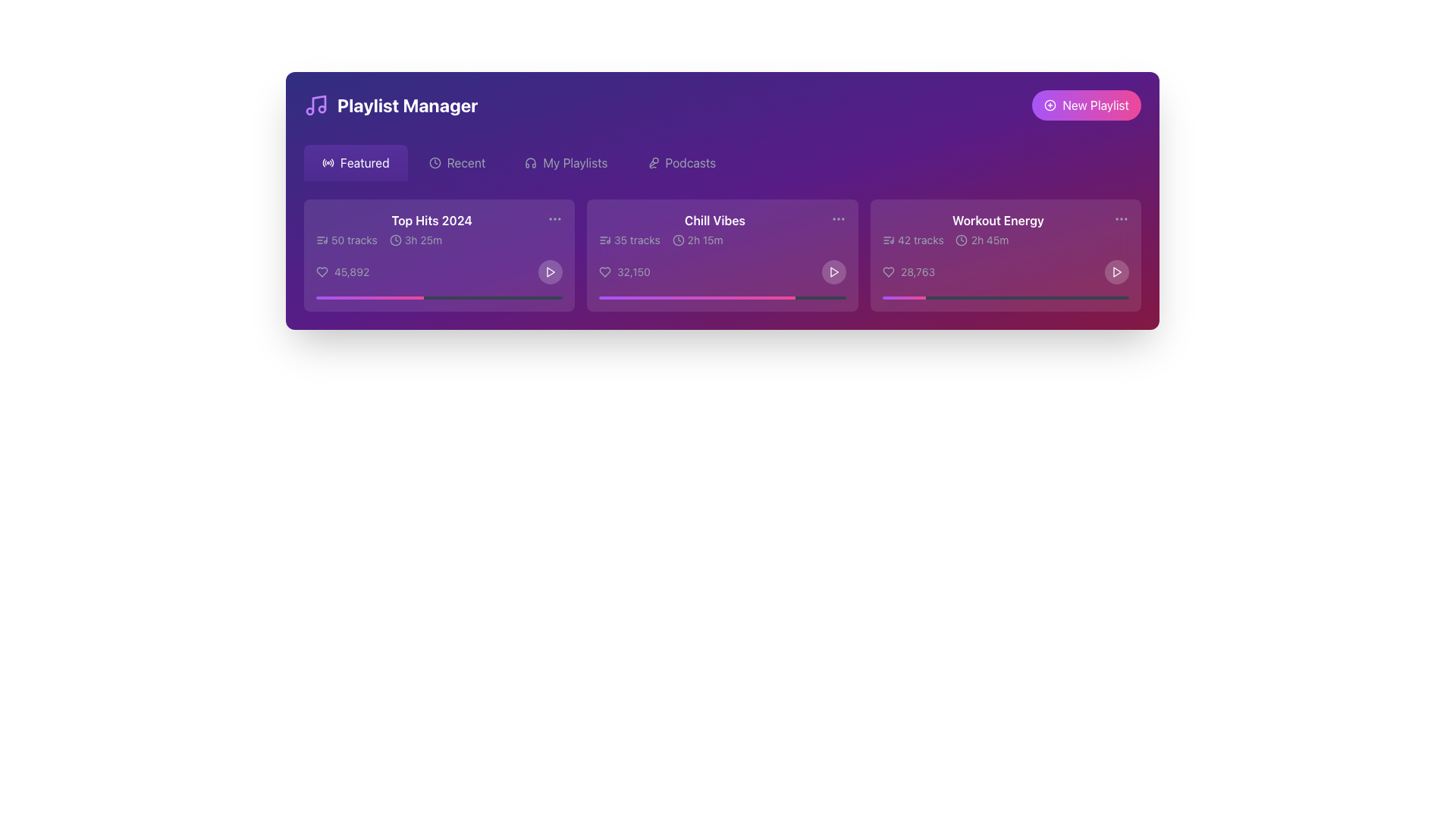 This screenshot has height=819, width=1456. I want to click on the favorite icon located at the bottom left of the 'Top Hits 2024' playlist card to mark the item as favorite, so click(322, 271).